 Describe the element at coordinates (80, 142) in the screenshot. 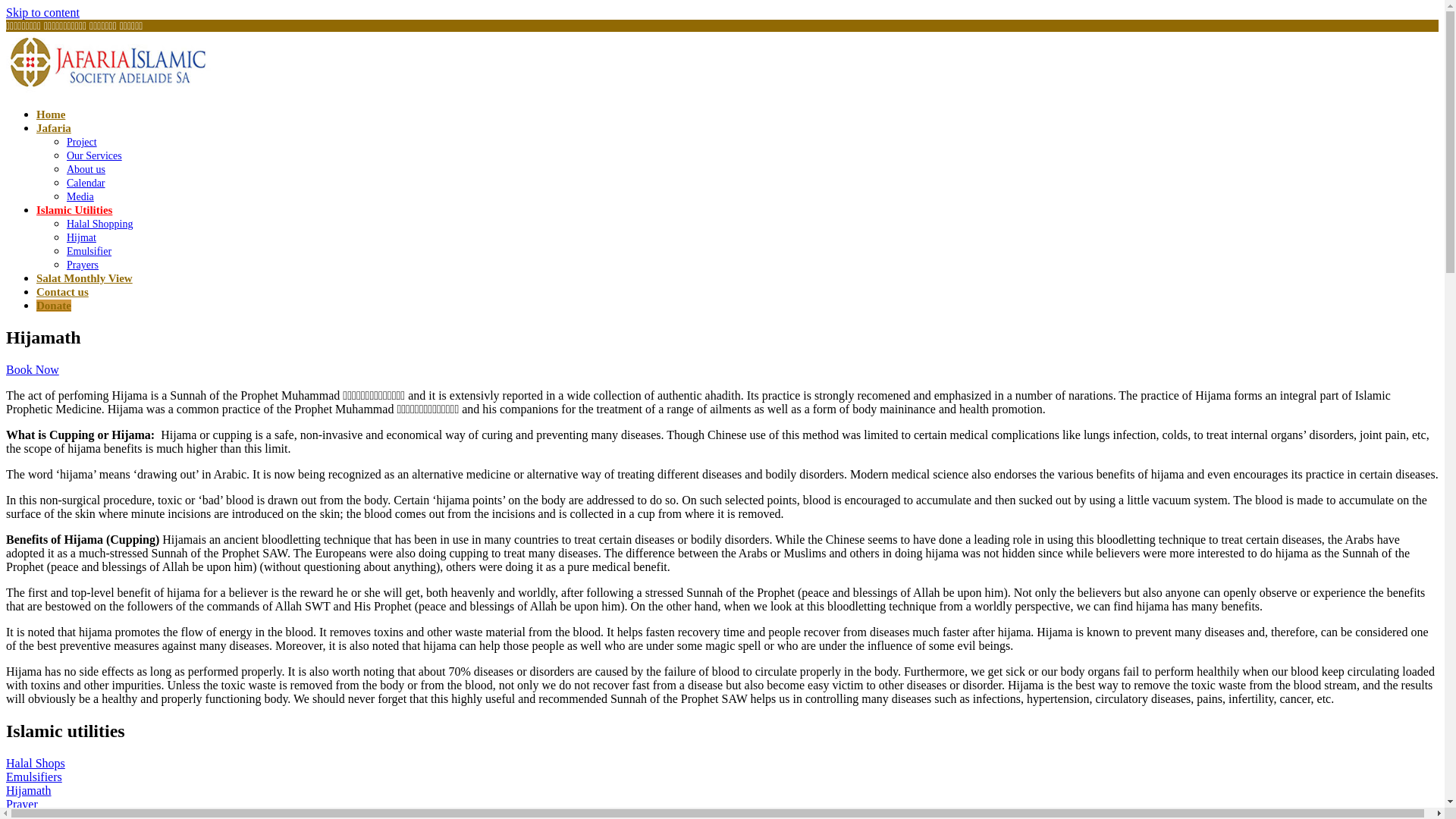

I see `'Project'` at that location.